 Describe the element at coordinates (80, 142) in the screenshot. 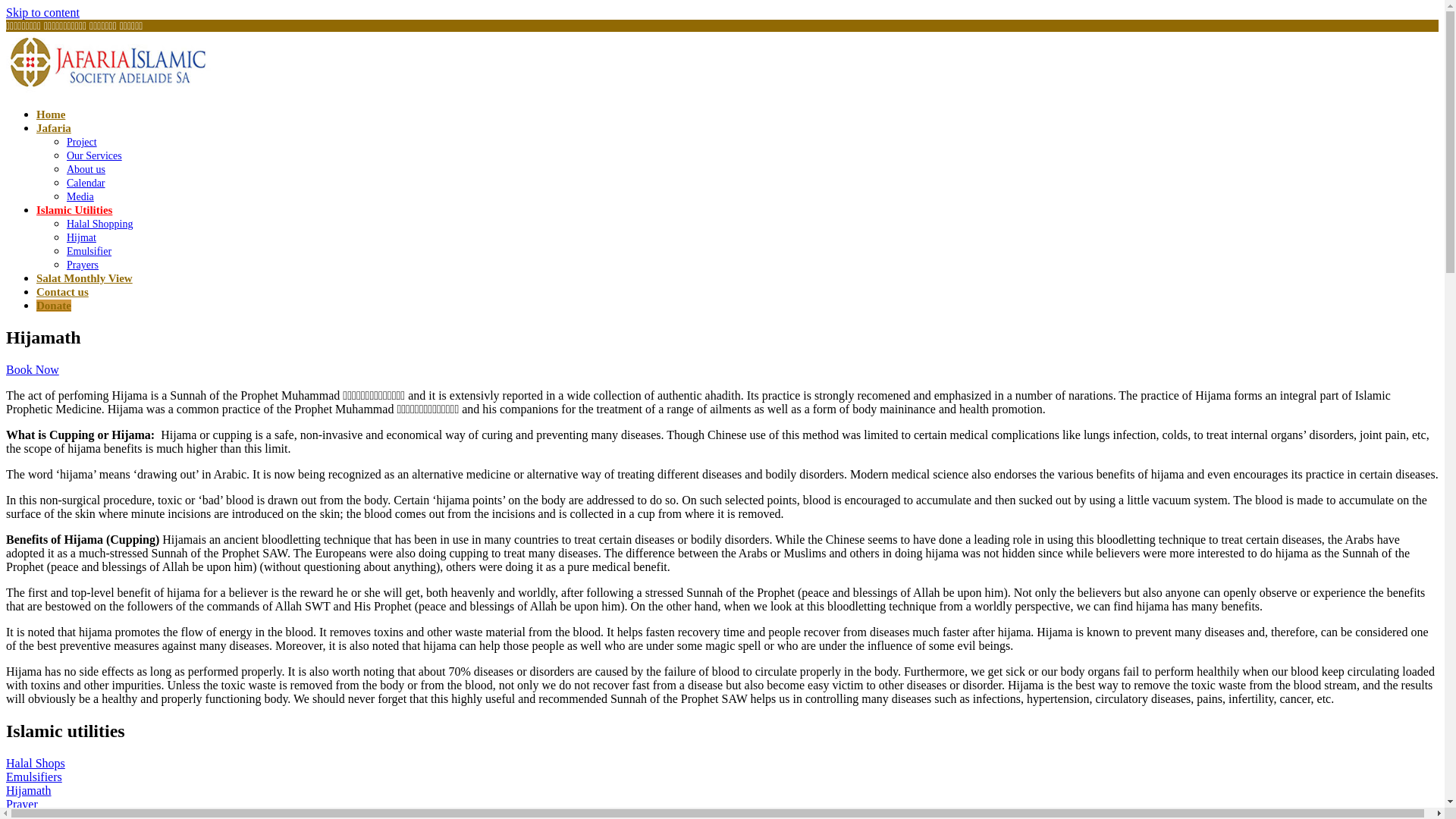

I see `'Project'` at that location.